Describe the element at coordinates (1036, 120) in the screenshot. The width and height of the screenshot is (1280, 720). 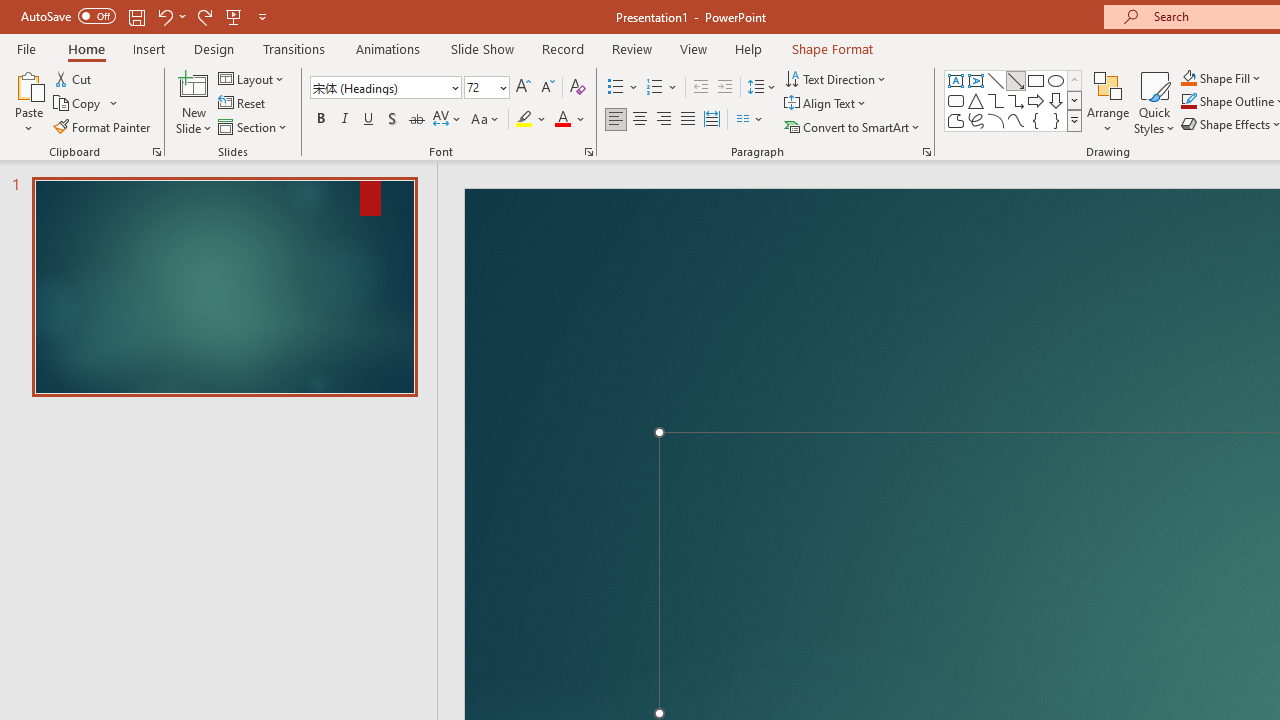
I see `'Left Brace'` at that location.